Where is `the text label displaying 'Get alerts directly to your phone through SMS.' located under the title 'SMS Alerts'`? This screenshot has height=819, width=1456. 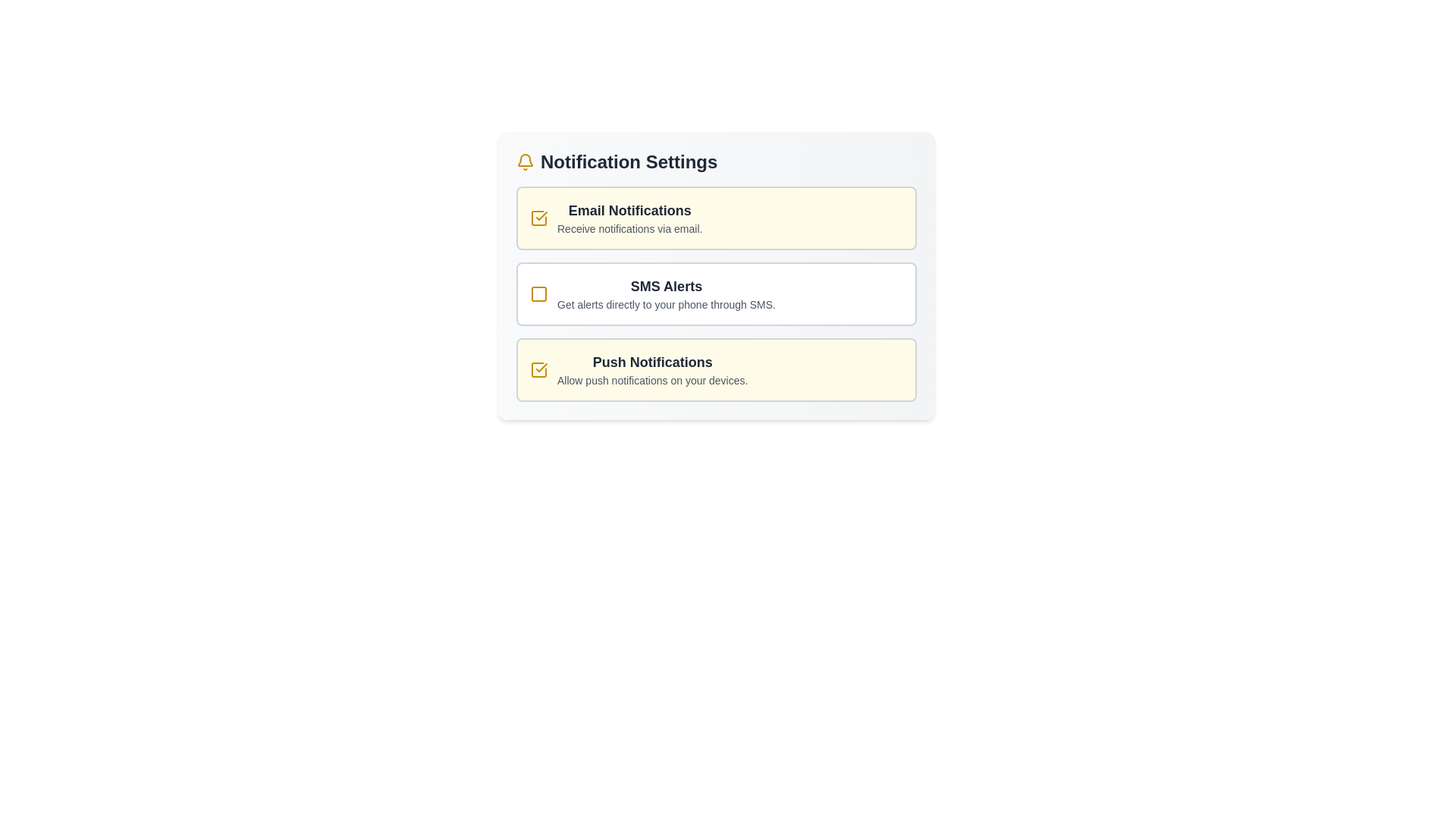
the text label displaying 'Get alerts directly to your phone through SMS.' located under the title 'SMS Alerts' is located at coordinates (666, 304).